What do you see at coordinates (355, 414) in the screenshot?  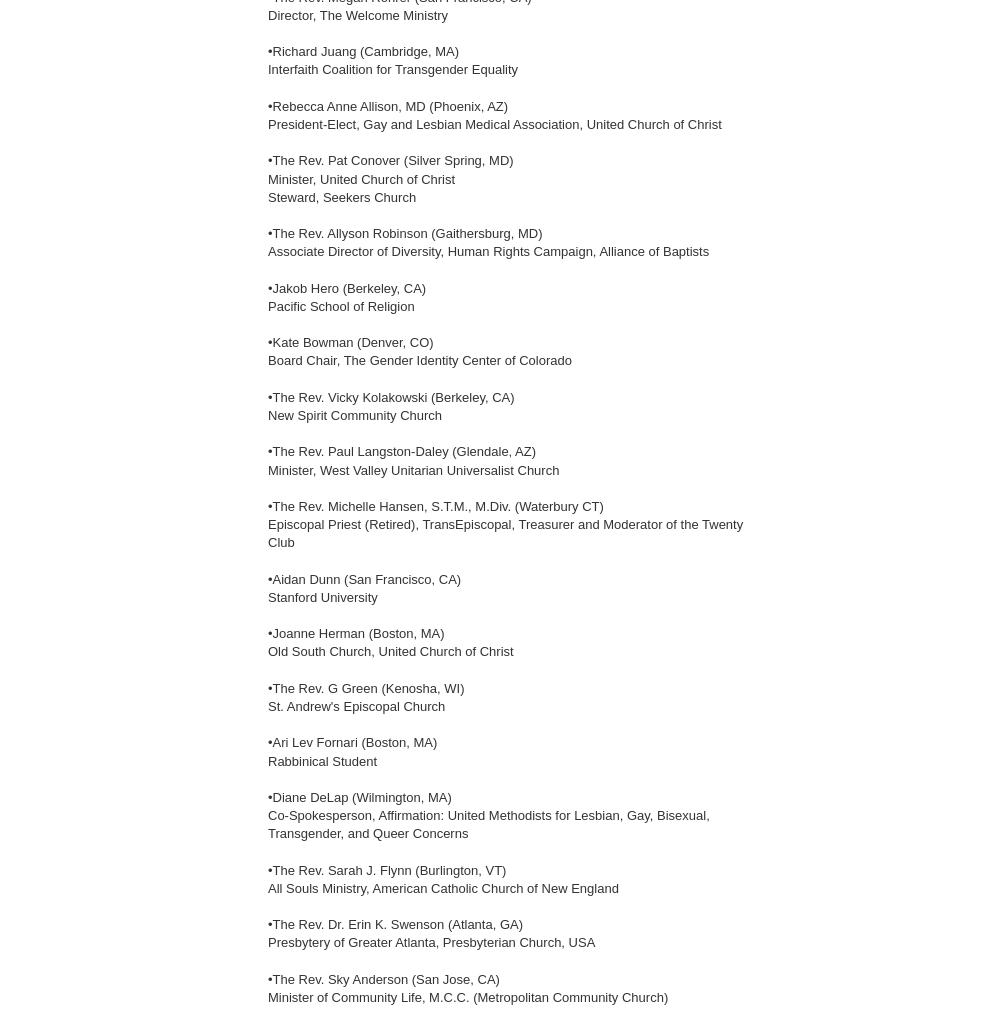 I see `'New Spirit Community Church'` at bounding box center [355, 414].